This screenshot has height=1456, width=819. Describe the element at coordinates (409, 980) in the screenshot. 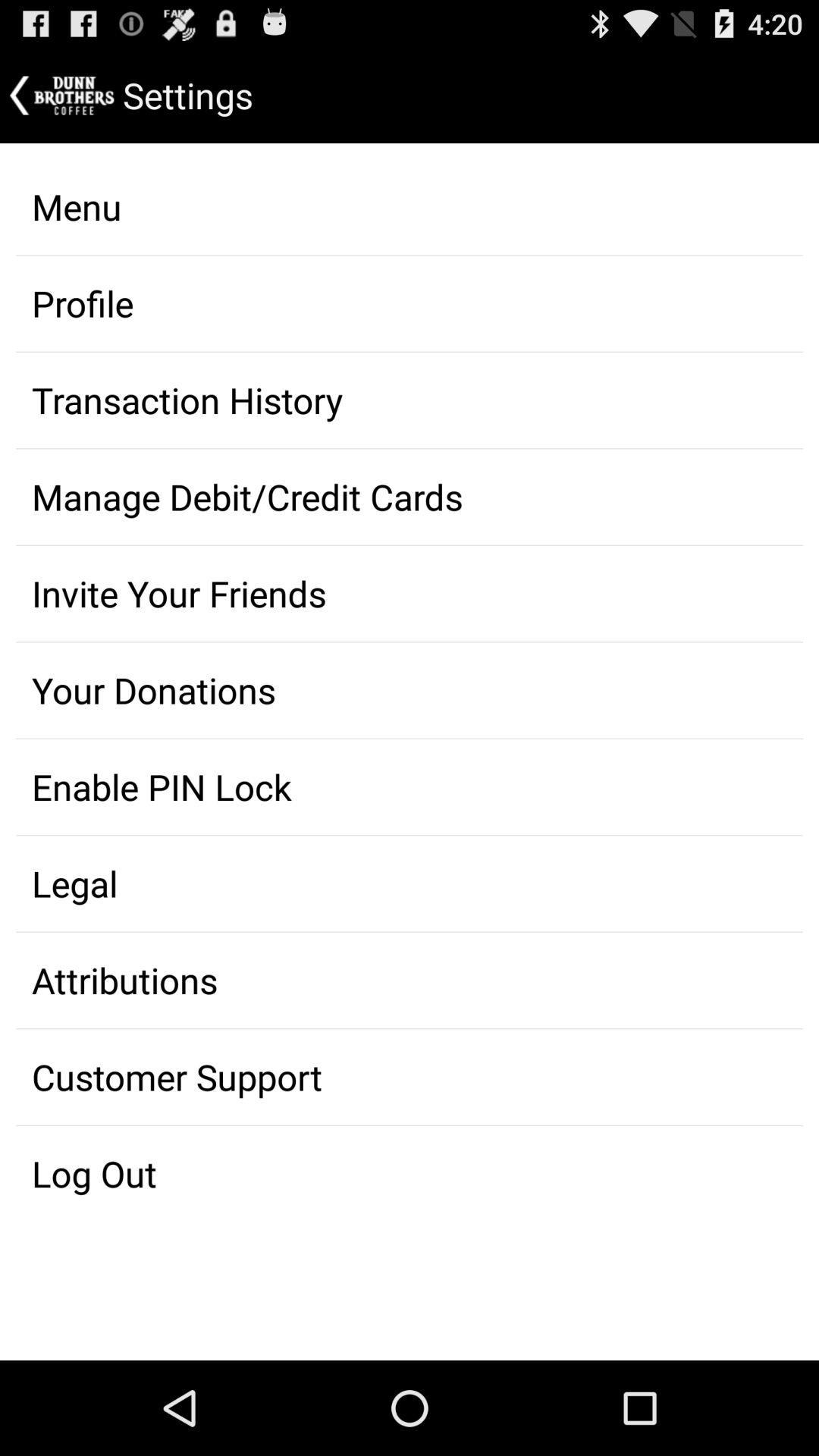

I see `the icon below legal icon` at that location.